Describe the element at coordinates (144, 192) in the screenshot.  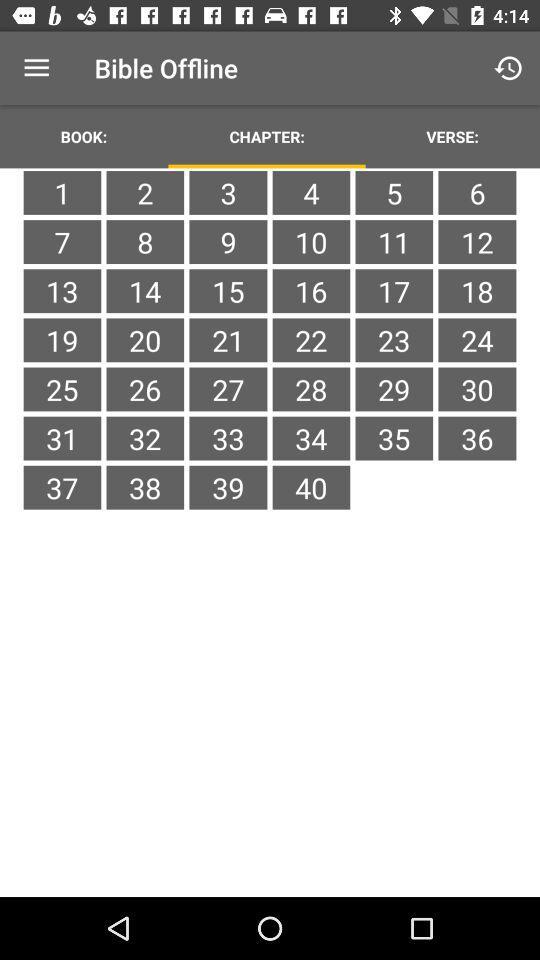
I see `icon above 7 icon` at that location.